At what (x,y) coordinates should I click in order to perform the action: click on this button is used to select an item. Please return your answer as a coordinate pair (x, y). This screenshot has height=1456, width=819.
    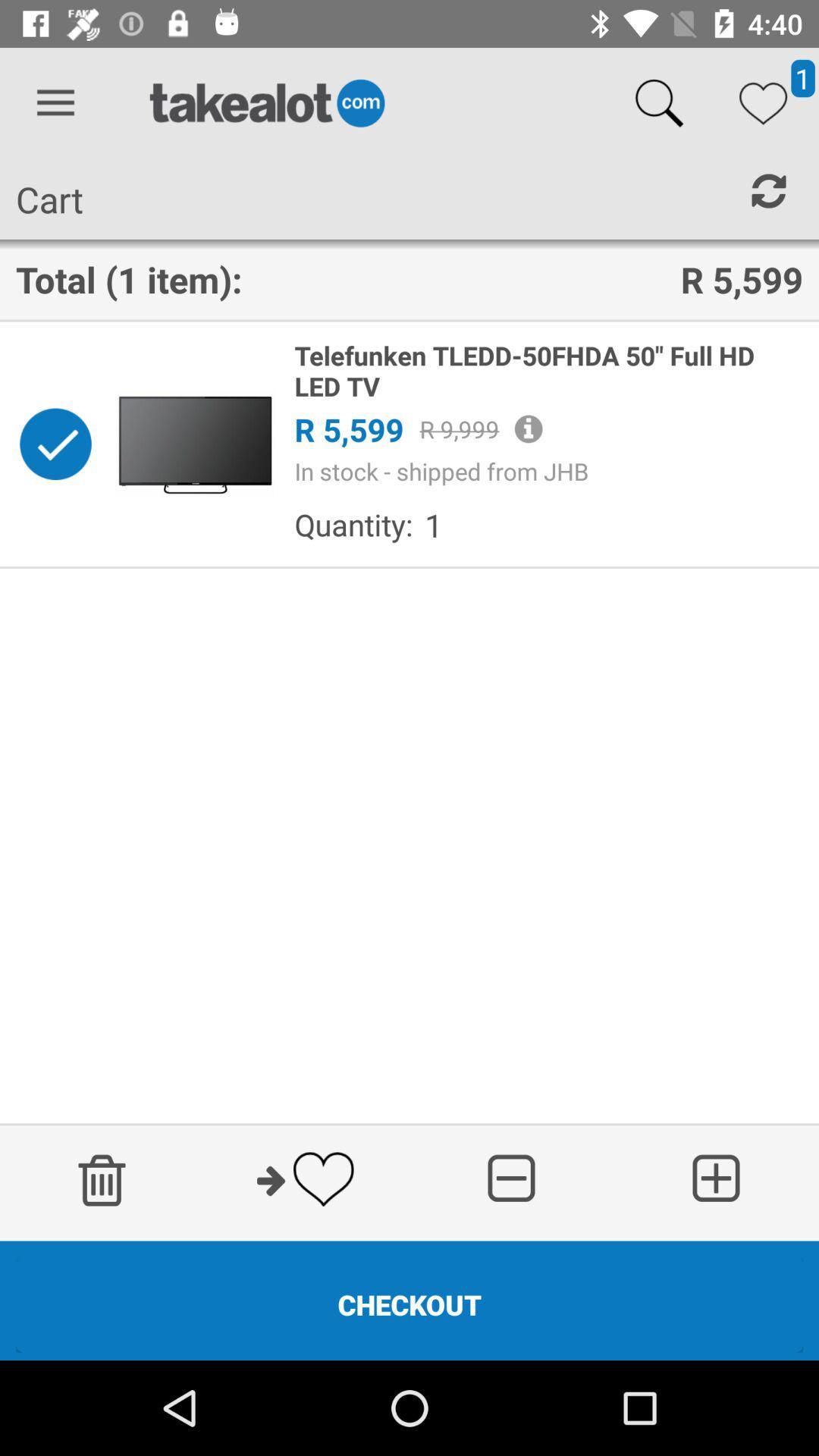
    Looking at the image, I should click on (55, 443).